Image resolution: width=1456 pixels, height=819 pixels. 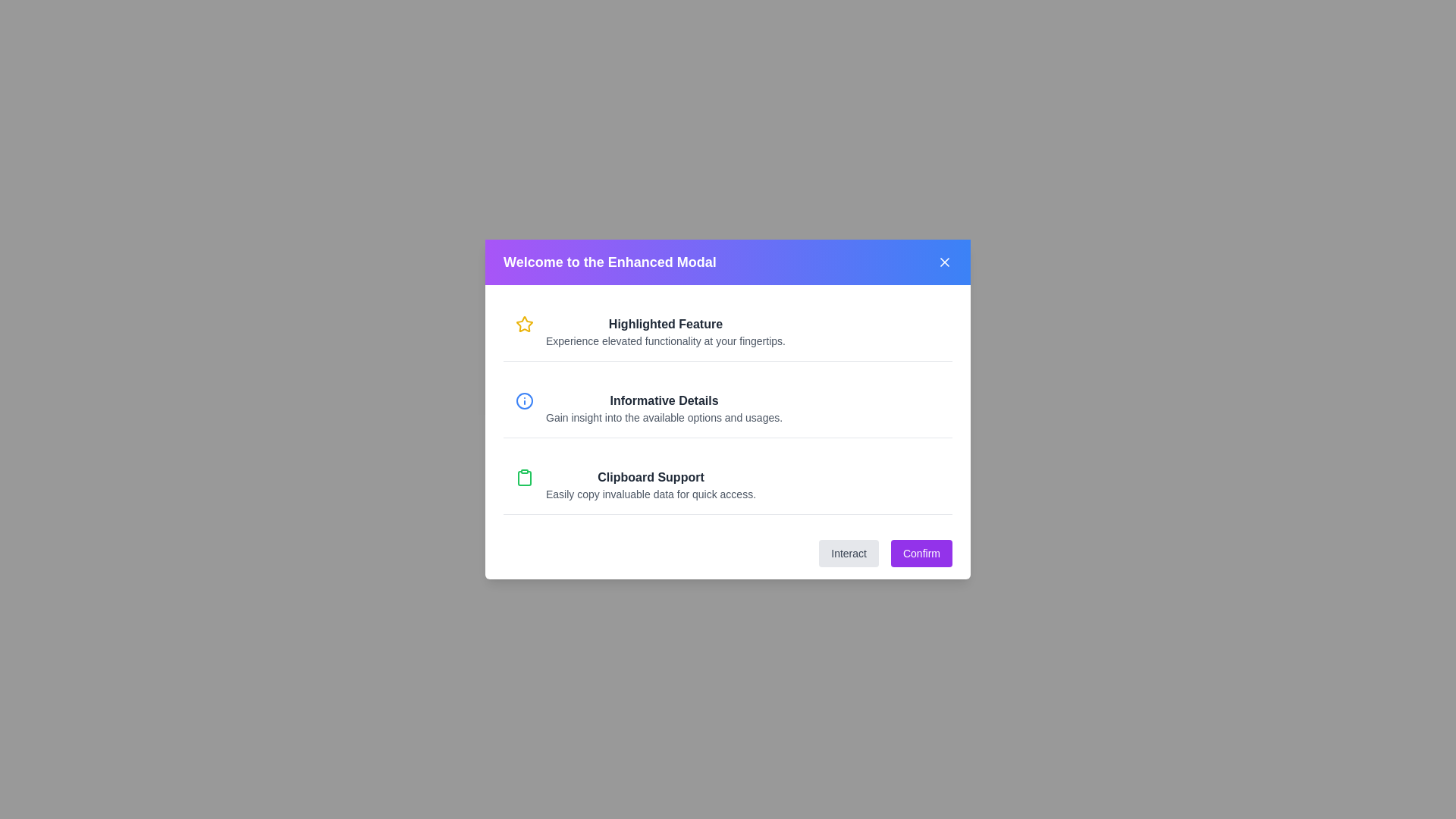 What do you see at coordinates (728, 485) in the screenshot?
I see `the clipboard support feature description card located at the bottom of the modal dialog box, just above the 'Interact' and 'Confirm' buttons, to interact with the feature` at bounding box center [728, 485].